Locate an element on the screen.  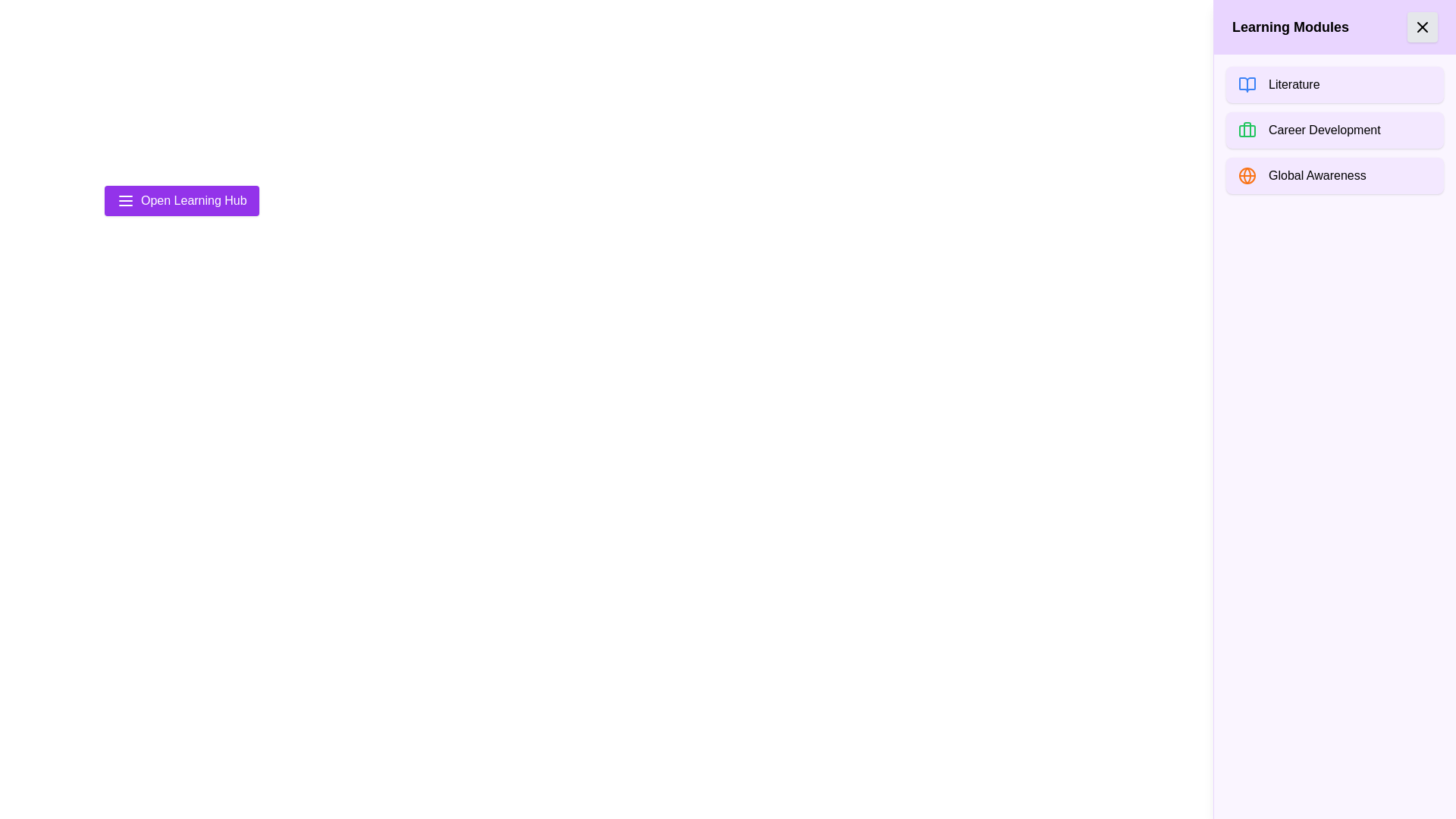
the 'X' button in the top right corner of the drawer to close it is located at coordinates (1422, 27).